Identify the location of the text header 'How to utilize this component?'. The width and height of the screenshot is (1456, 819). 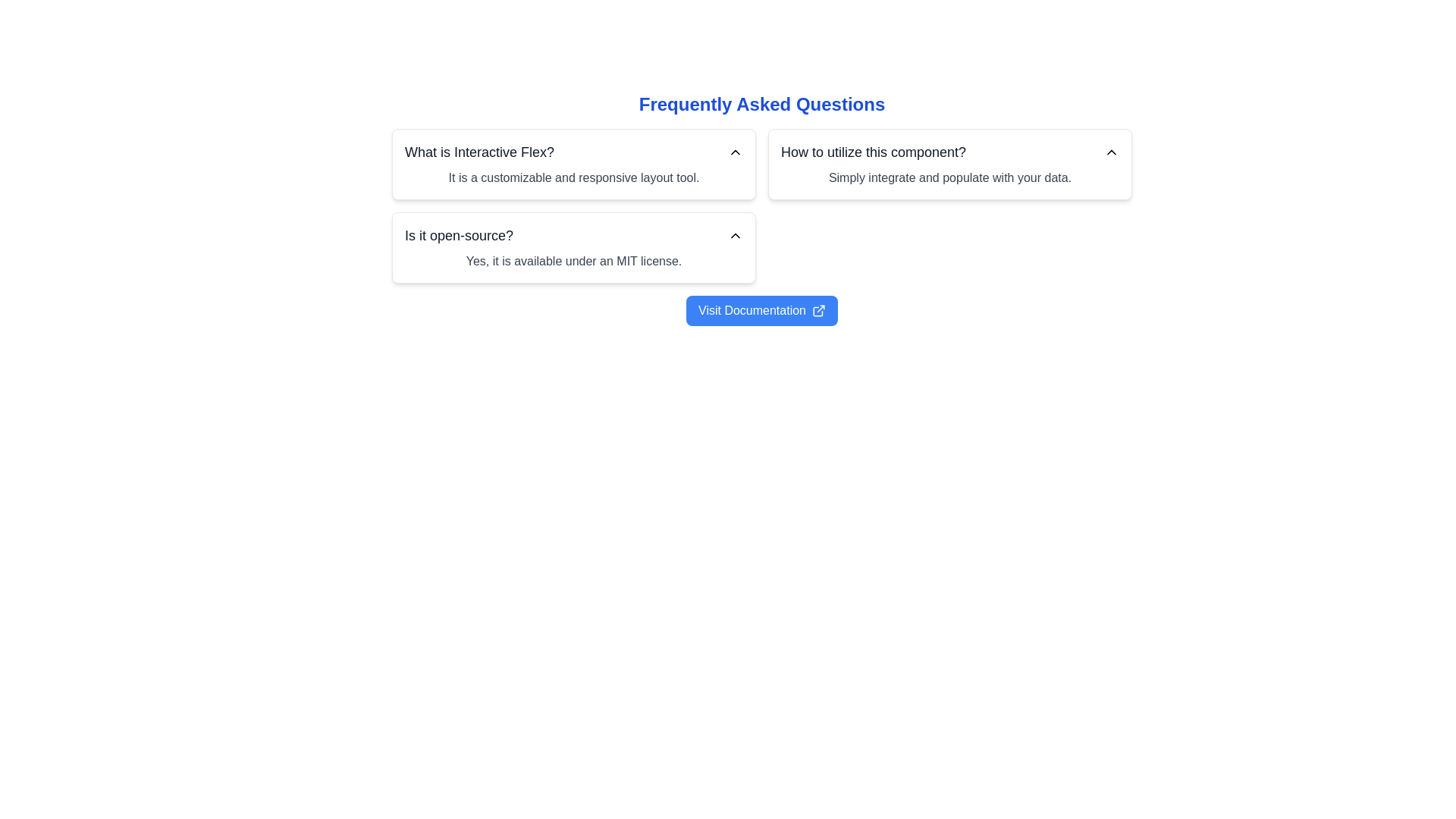
(949, 152).